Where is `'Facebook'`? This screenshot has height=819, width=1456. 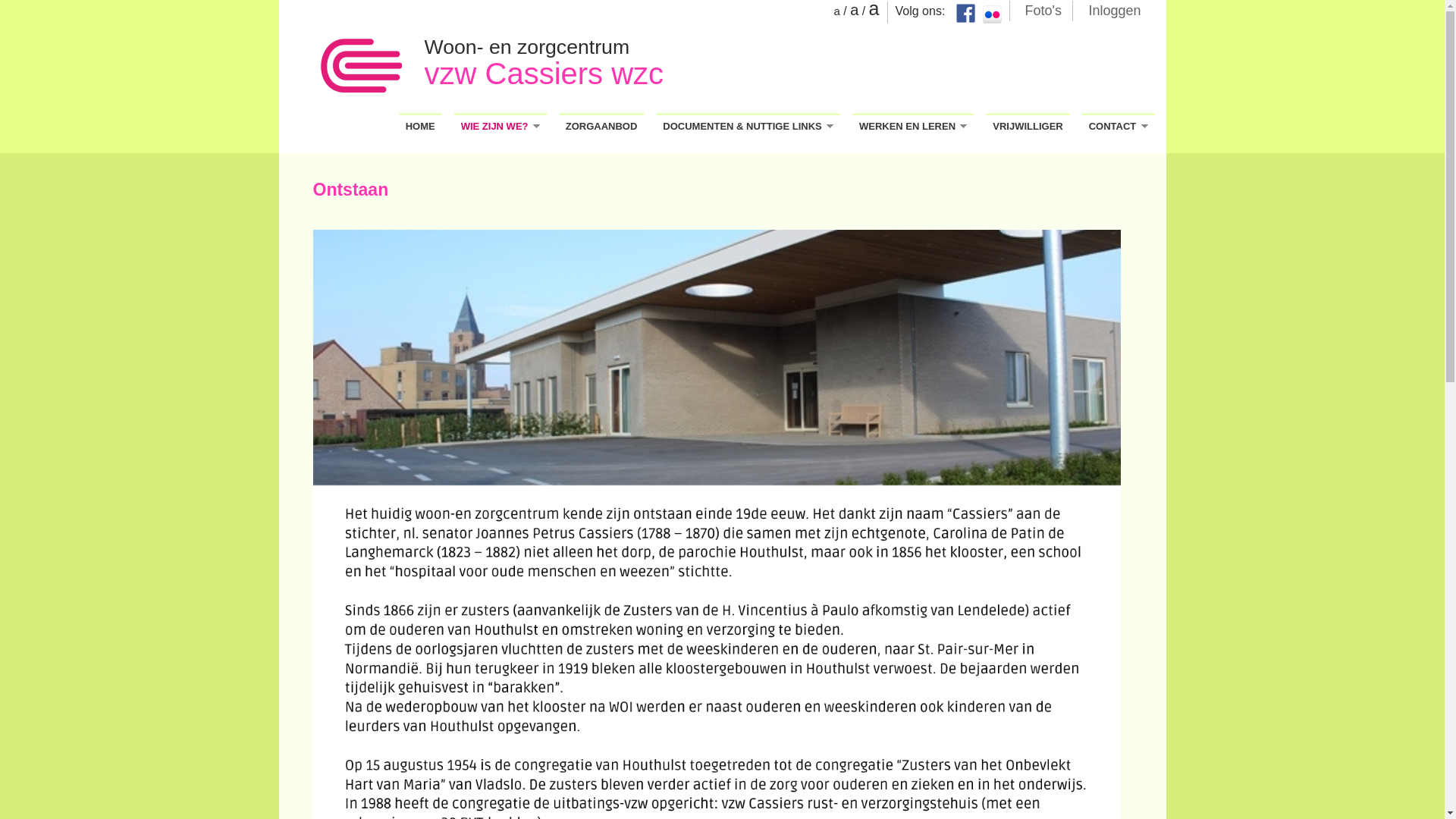
'Facebook' is located at coordinates (964, 13).